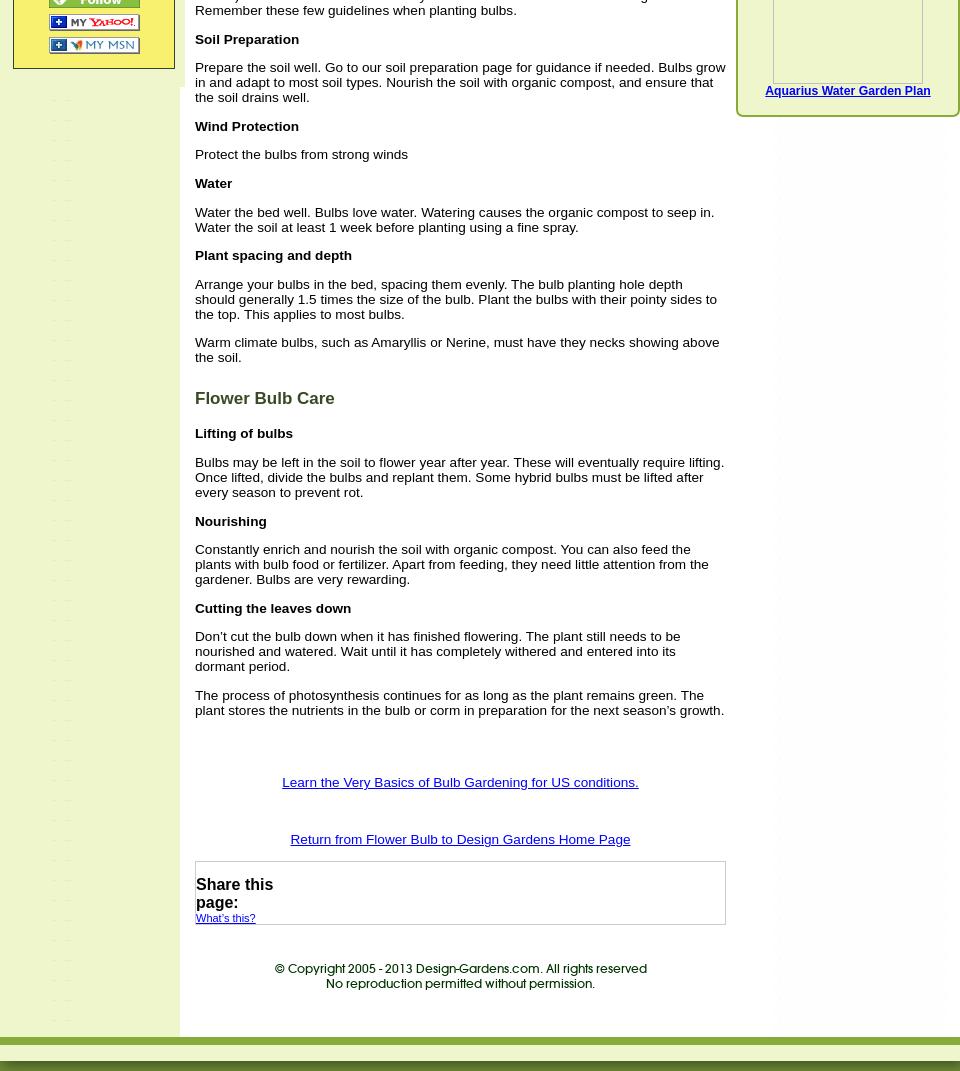 The width and height of the screenshot is (960, 1071). I want to click on 'Water the bed well. Bulbs love water. Watering causes the organic compost to seep in. Water the soil at least 1 week before planting using a fine spray.', so click(454, 218).